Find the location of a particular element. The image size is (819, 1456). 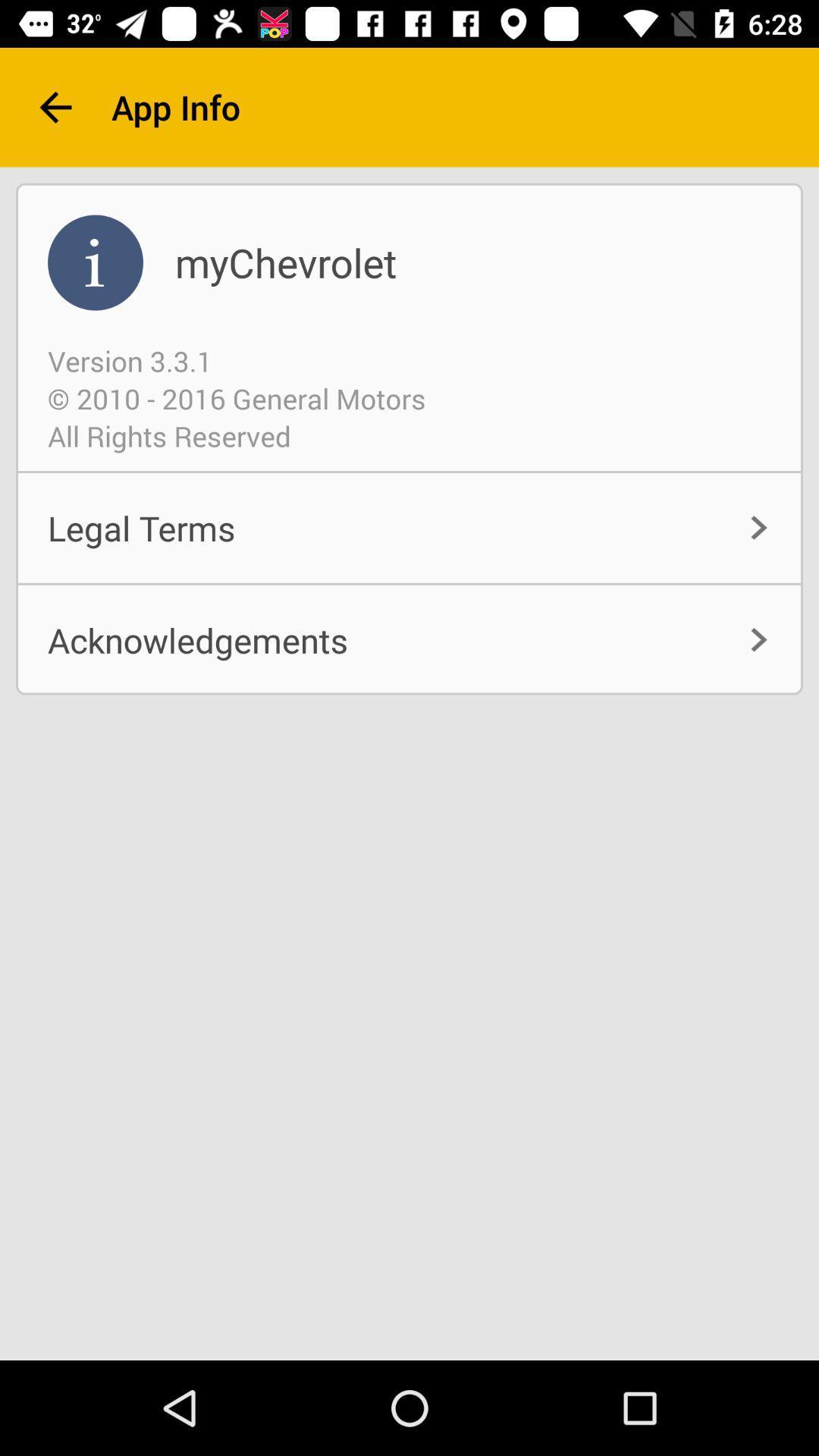

item below all rights reserved item is located at coordinates (409, 528).